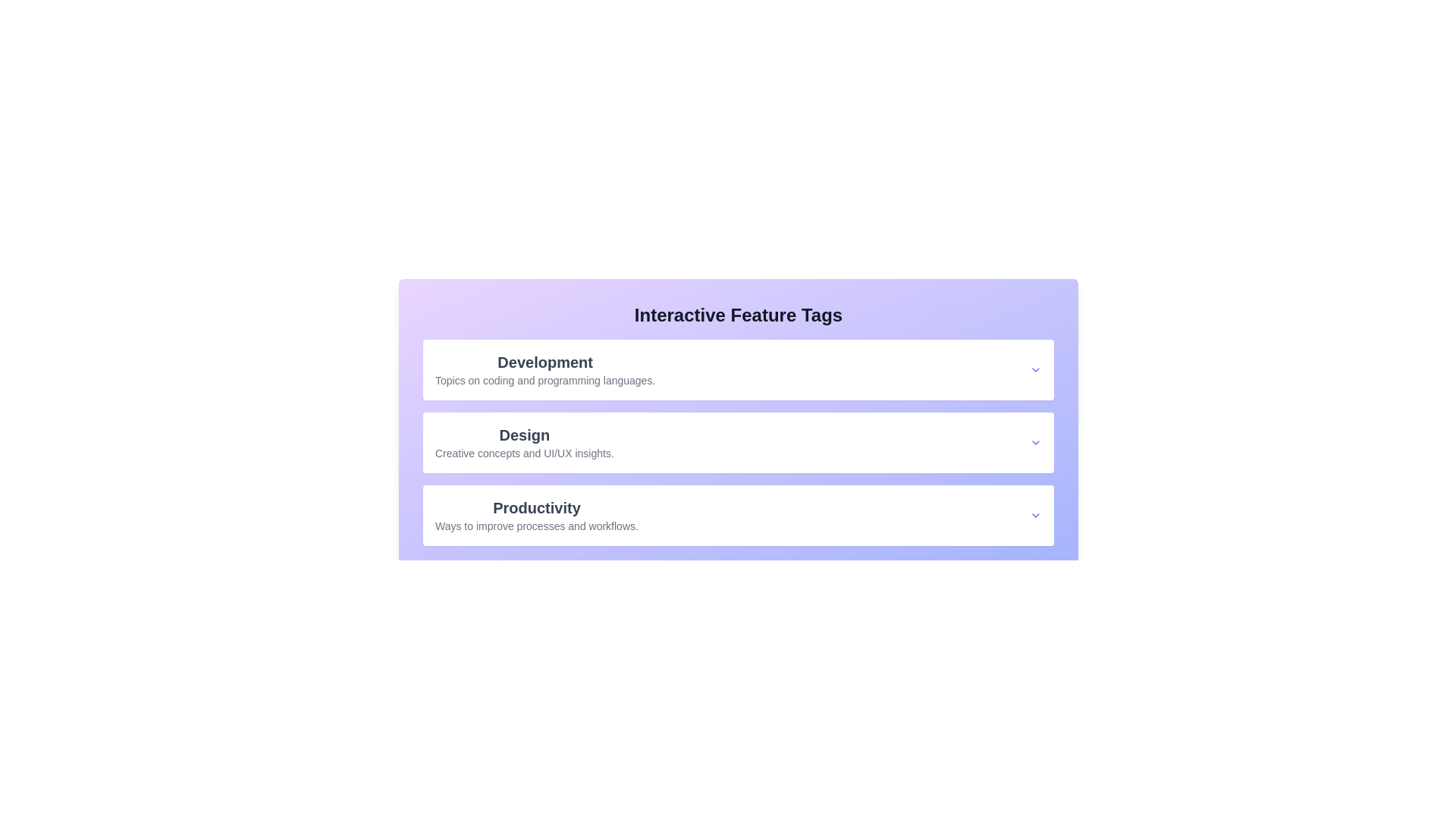 This screenshot has width=1456, height=819. I want to click on the indigo downward-pointing chevron icon button located at the far right of the 'Productivity' section, so click(1035, 514).